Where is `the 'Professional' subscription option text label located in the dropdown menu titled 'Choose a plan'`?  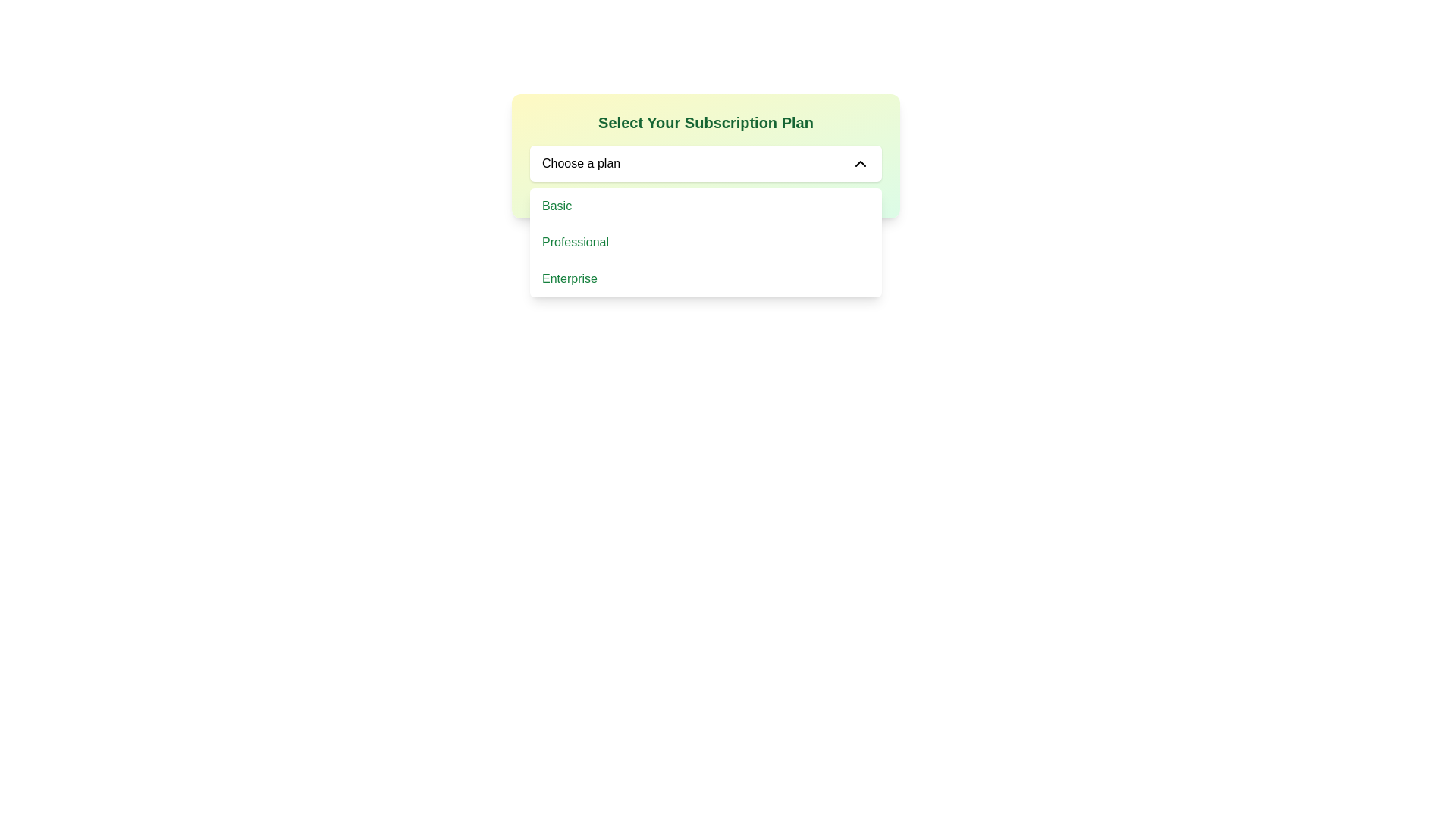
the 'Professional' subscription option text label located in the dropdown menu titled 'Choose a plan' is located at coordinates (574, 242).